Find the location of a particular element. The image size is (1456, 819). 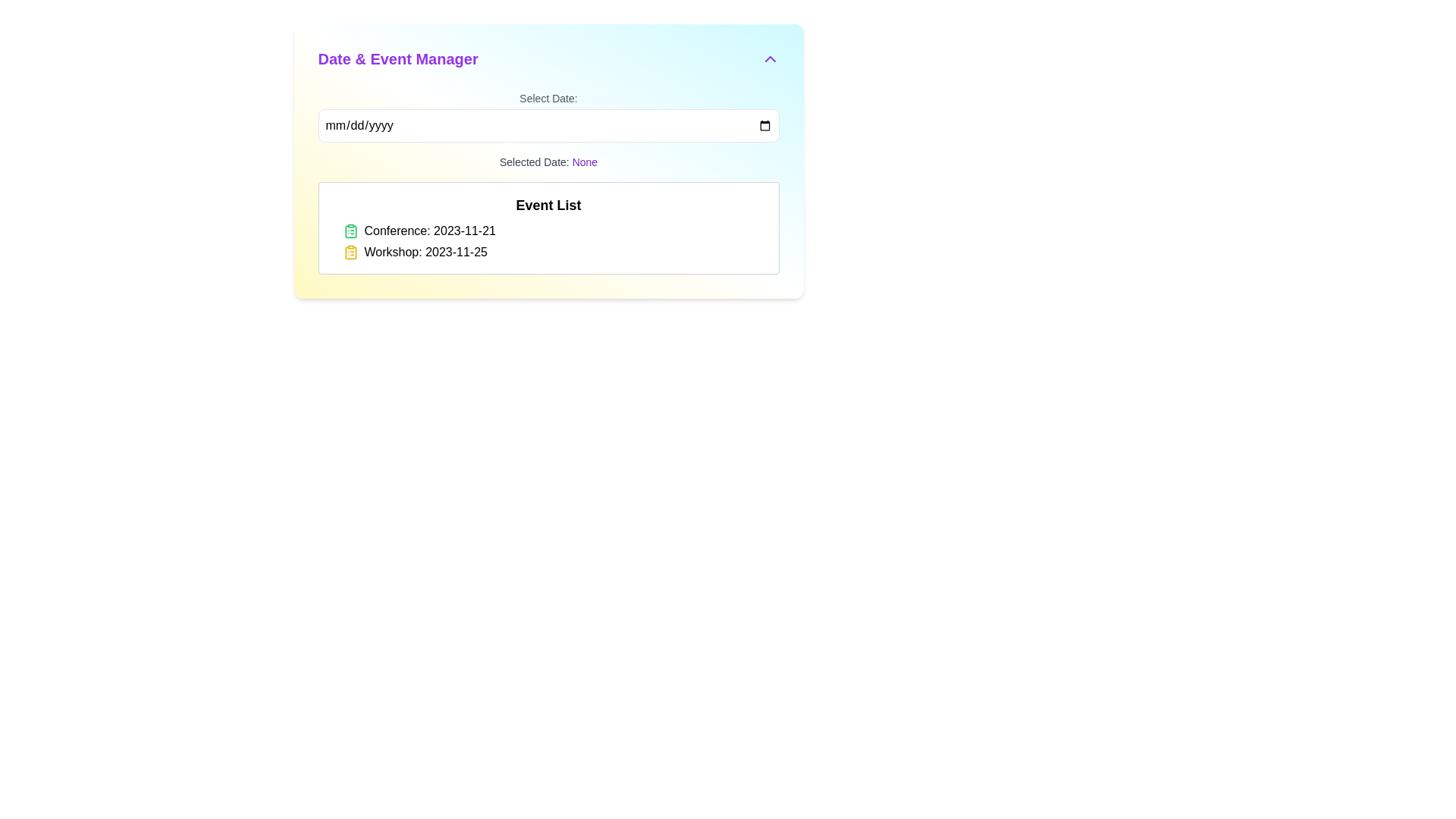

the read-only text label displaying the current state of 'Selected Date' located to the right of 'Selected Date:' in the 'Date & Event Manager' section is located at coordinates (584, 162).